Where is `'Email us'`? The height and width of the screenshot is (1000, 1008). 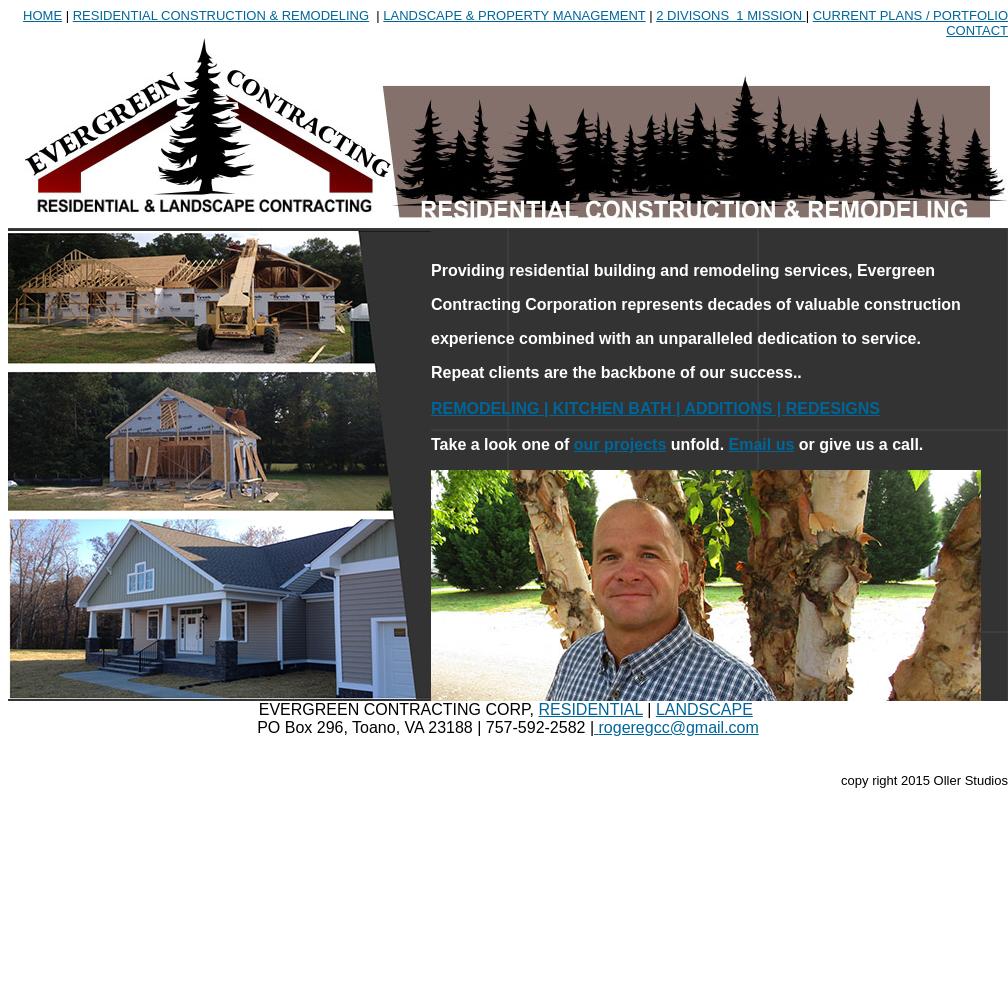 'Email us' is located at coordinates (761, 443).